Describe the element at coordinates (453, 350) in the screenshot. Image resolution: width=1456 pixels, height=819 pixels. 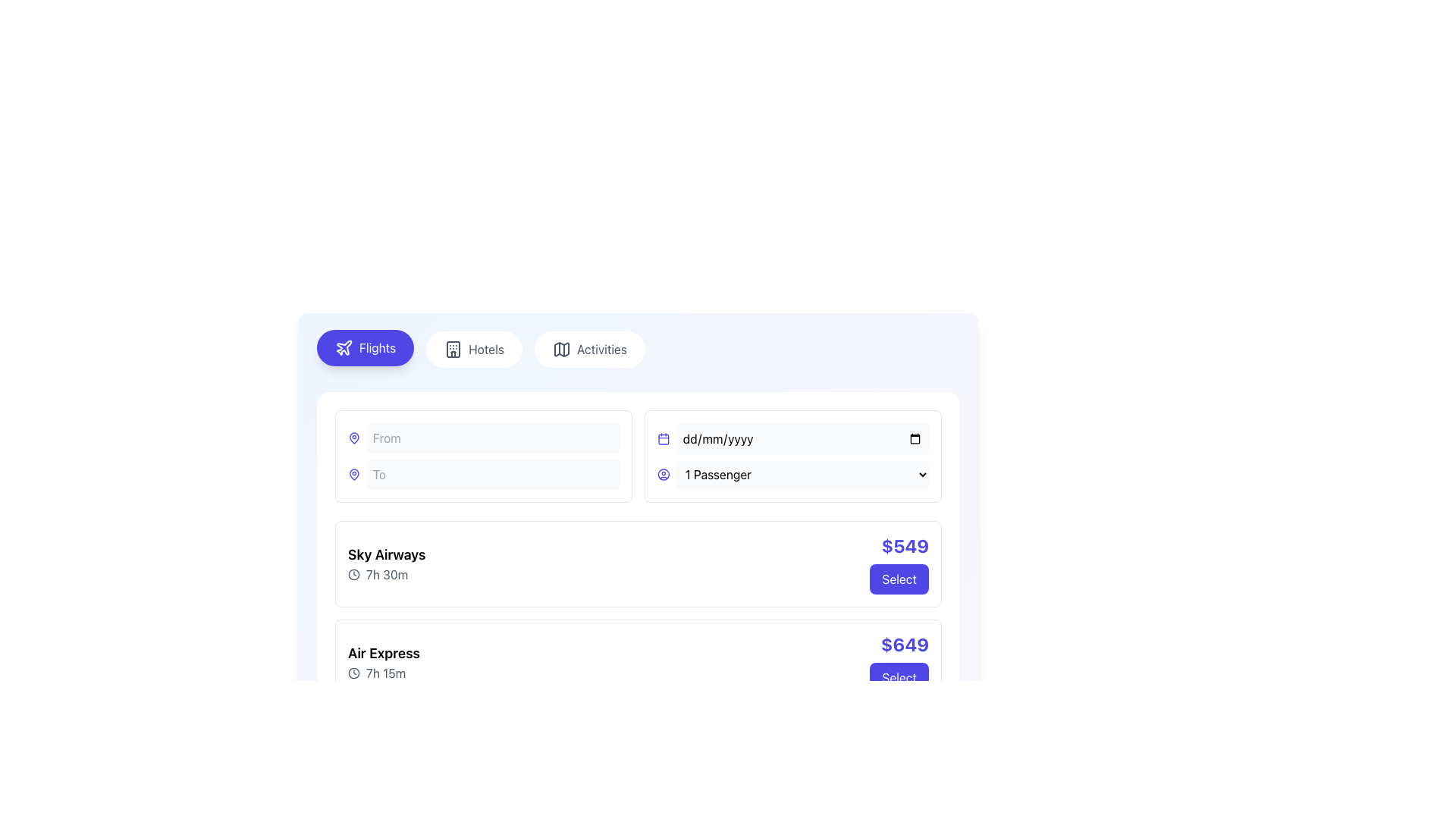
I see `the central SVG element of the 'Hotels' icon in the navigation bar, which visually represents the 'Hotels' section` at that location.